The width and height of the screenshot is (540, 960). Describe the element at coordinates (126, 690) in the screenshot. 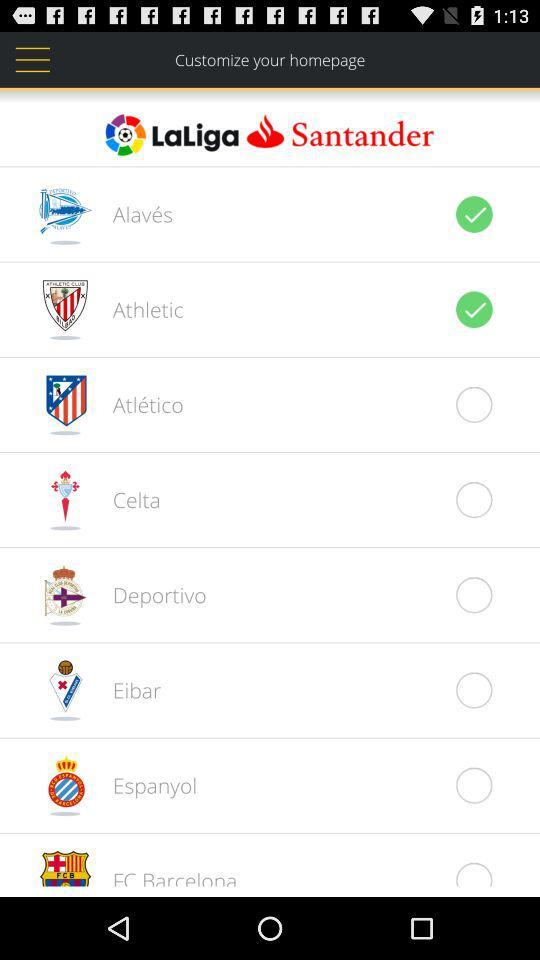

I see `eibar item` at that location.